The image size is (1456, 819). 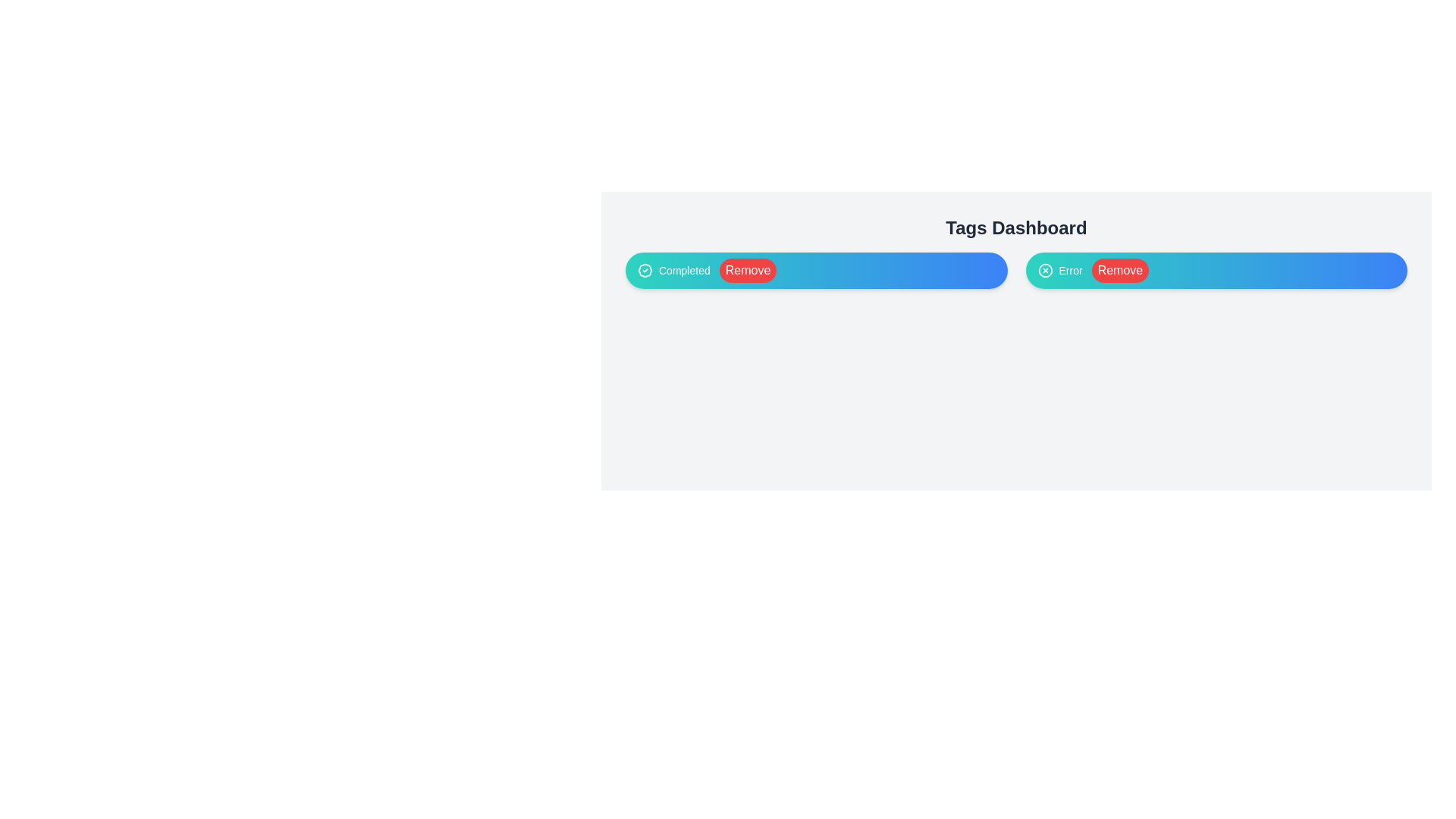 I want to click on the 'Remove' button for the Completed tag, so click(x=748, y=270).